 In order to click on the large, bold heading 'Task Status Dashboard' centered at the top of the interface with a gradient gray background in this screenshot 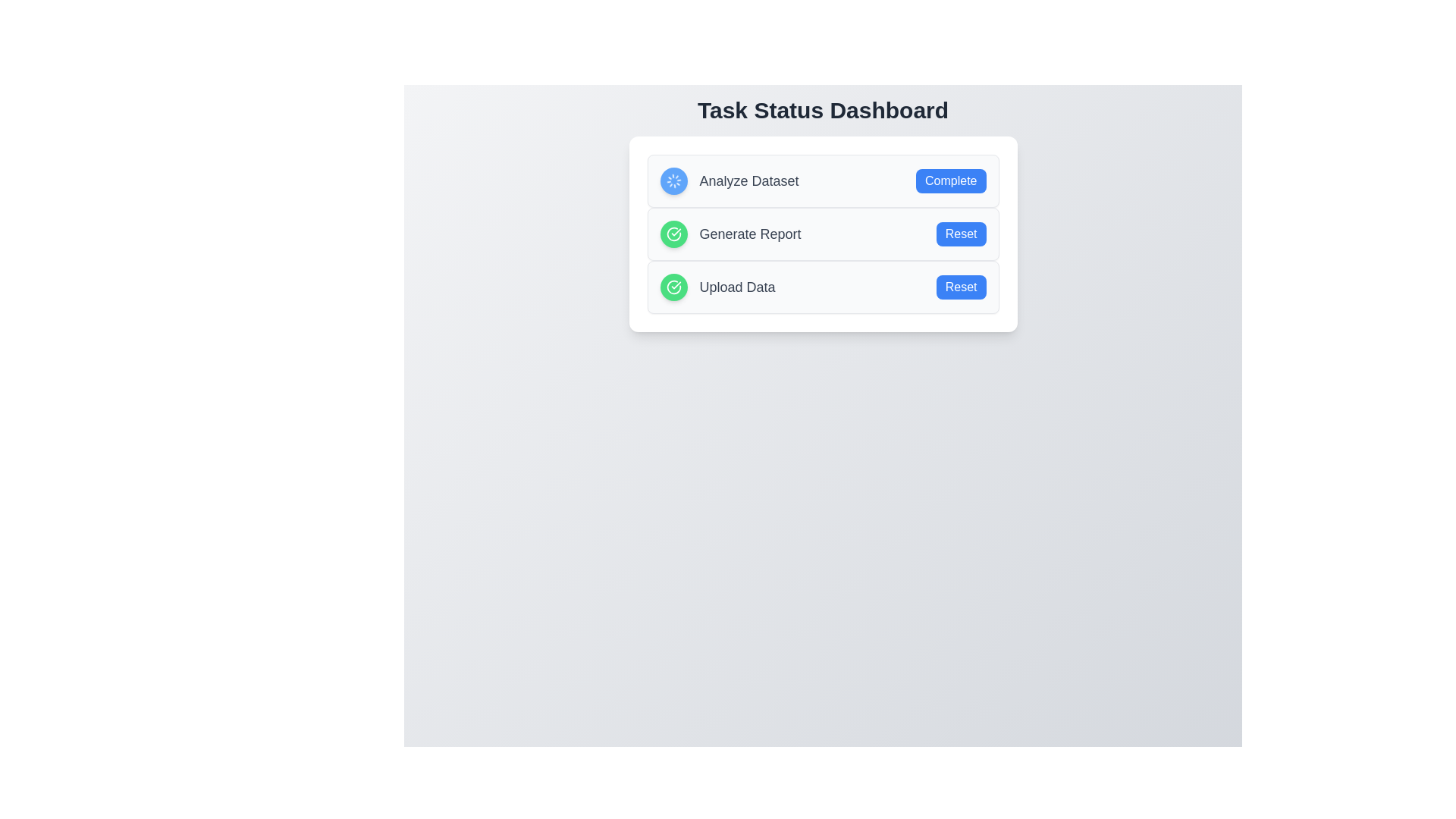, I will do `click(822, 110)`.